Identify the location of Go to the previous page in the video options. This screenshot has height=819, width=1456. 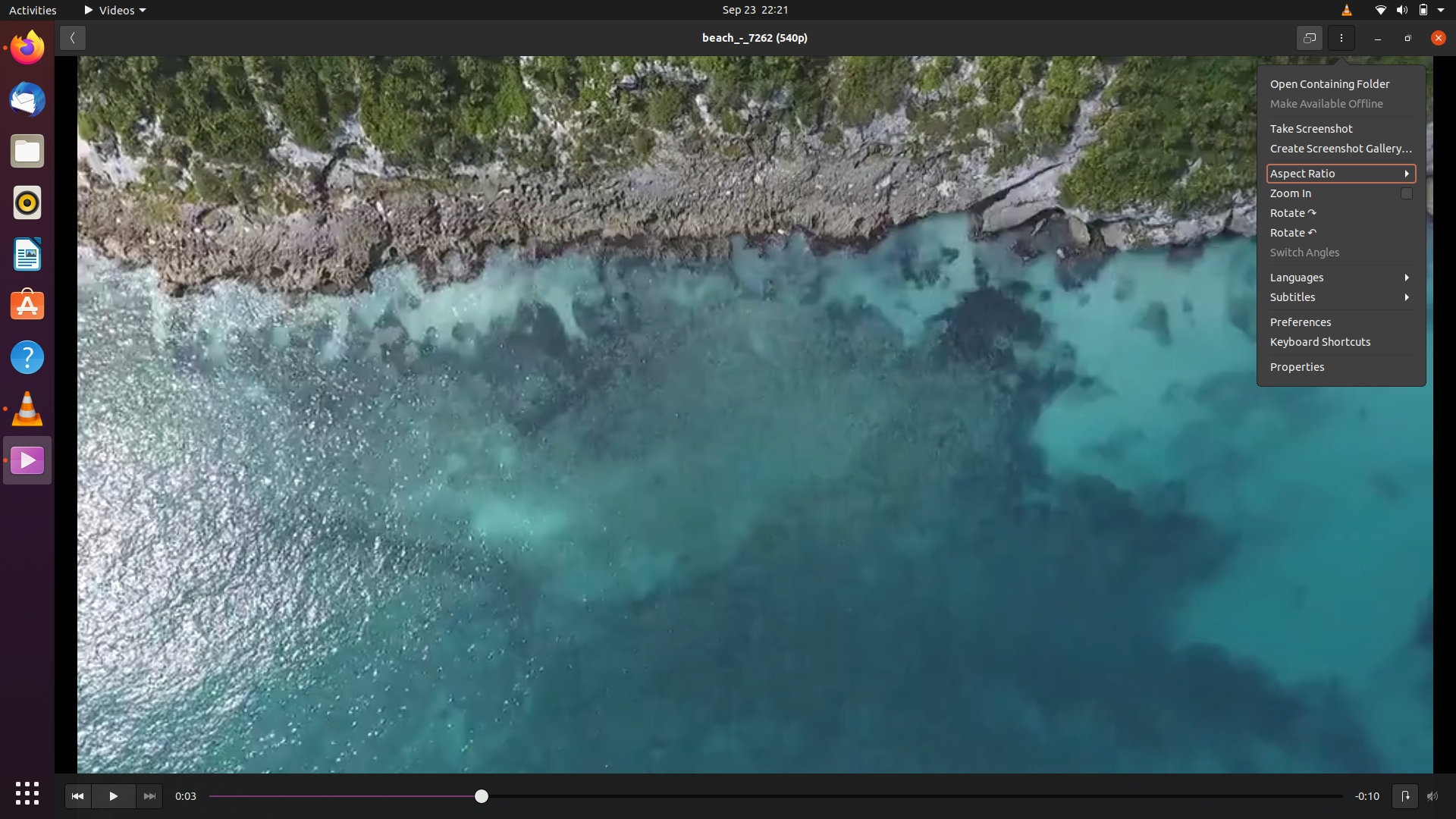
(70, 36).